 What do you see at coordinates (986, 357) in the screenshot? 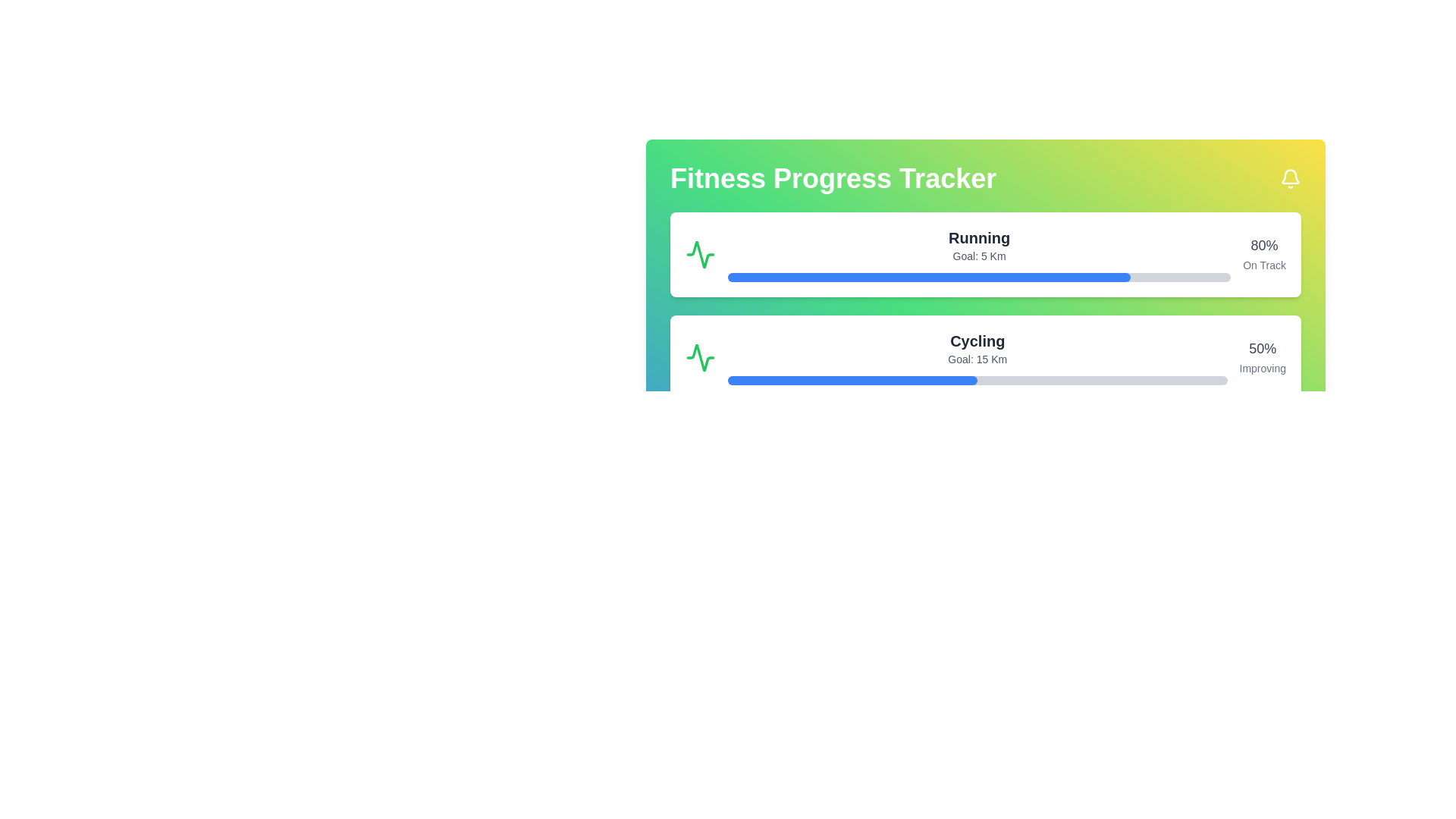
I see `text information from the Card component that visually represents the user's cycling fitness goal and progress, located directly below the 'Running' item in the vertical list` at bounding box center [986, 357].